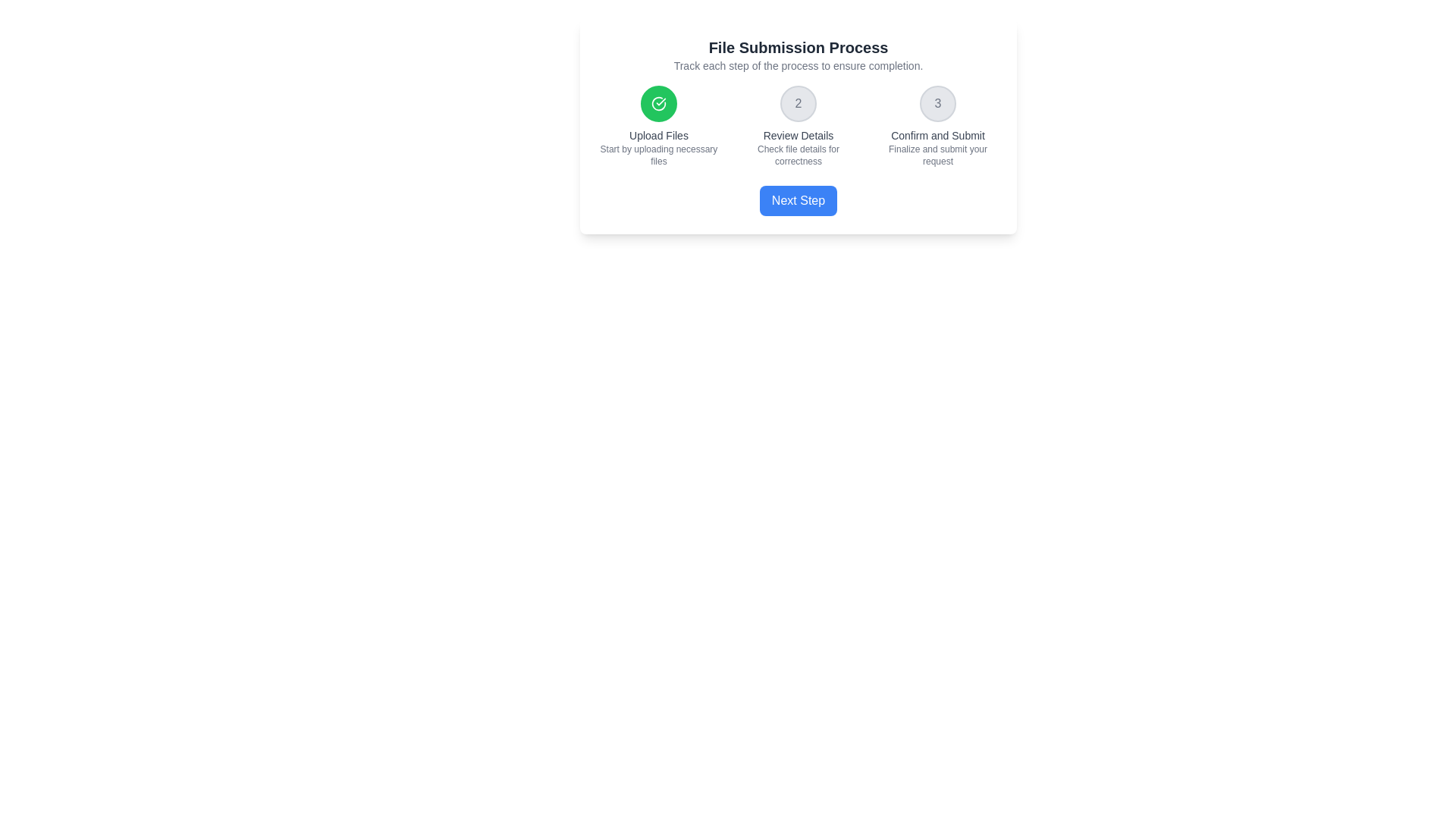  What do you see at coordinates (937, 155) in the screenshot?
I see `the Label/Text Description element that reads 'Finalize and submit your request', which is styled with a small font and gray color, located under the 'Confirm and Submit' header in the step-by-step process interface` at bounding box center [937, 155].